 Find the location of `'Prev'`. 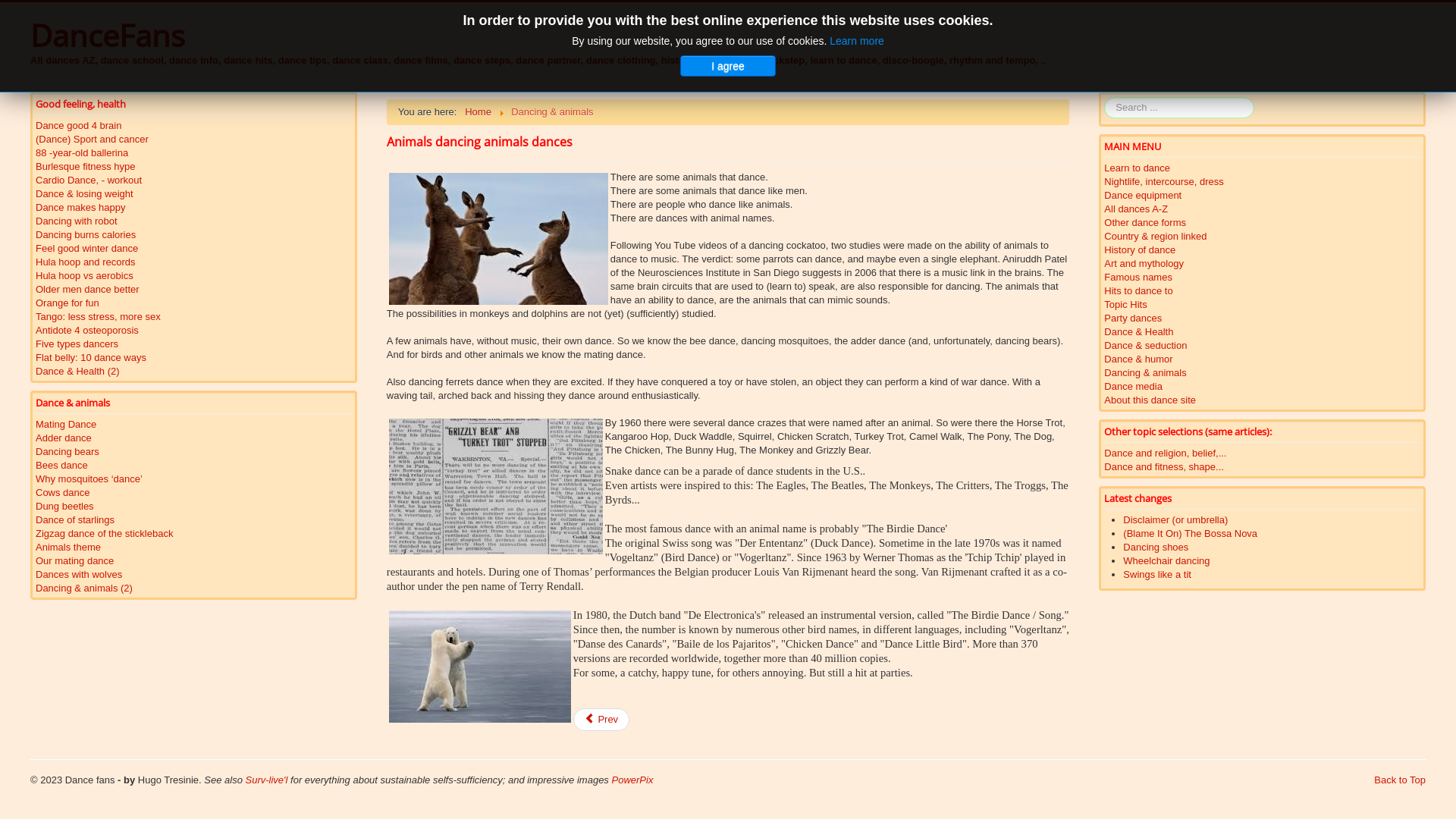

'Prev' is located at coordinates (600, 718).